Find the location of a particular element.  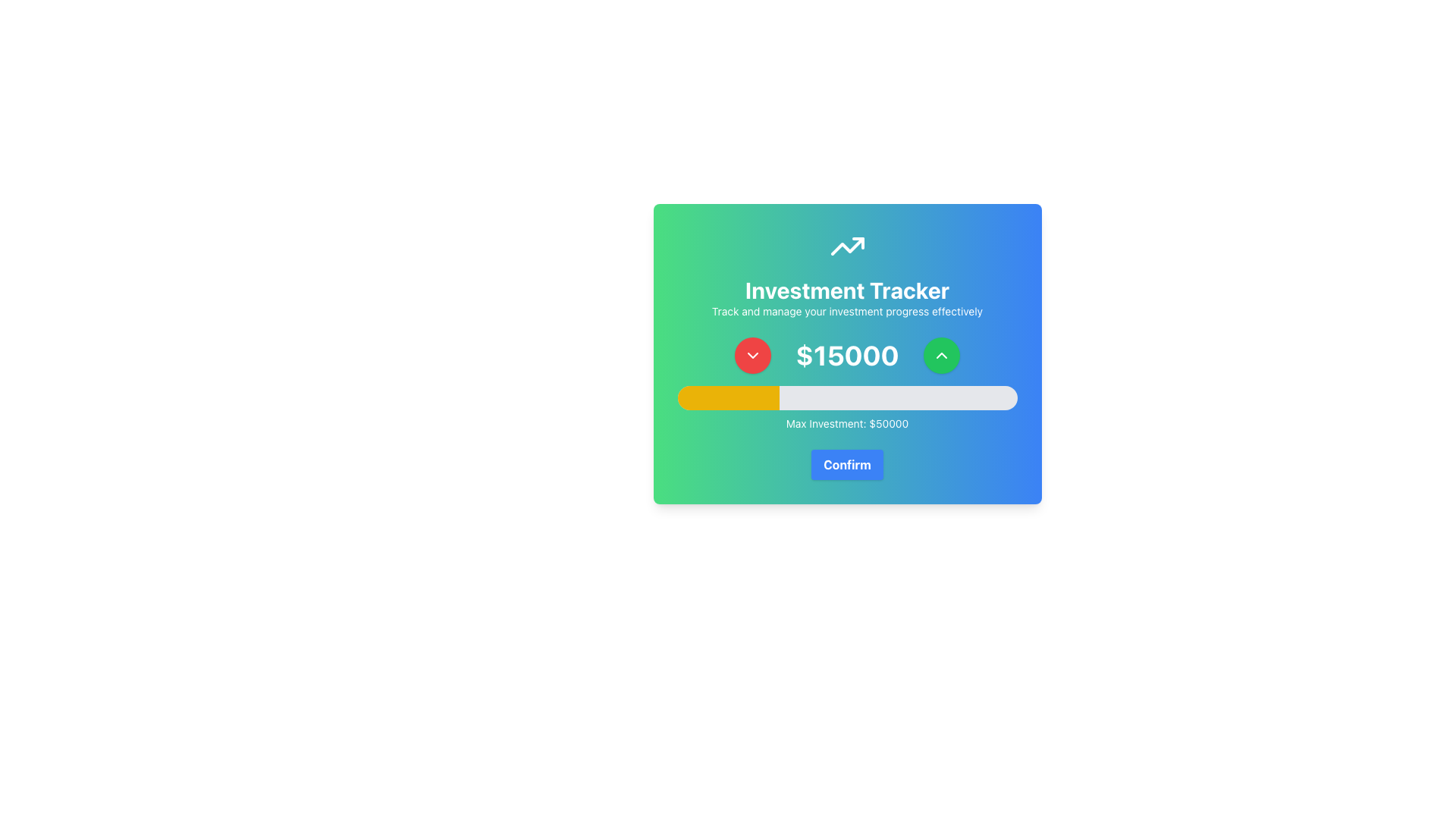

the downward-facing chevron icon within the circular red button located to the left of the '$15000' numeric display is located at coordinates (753, 356).